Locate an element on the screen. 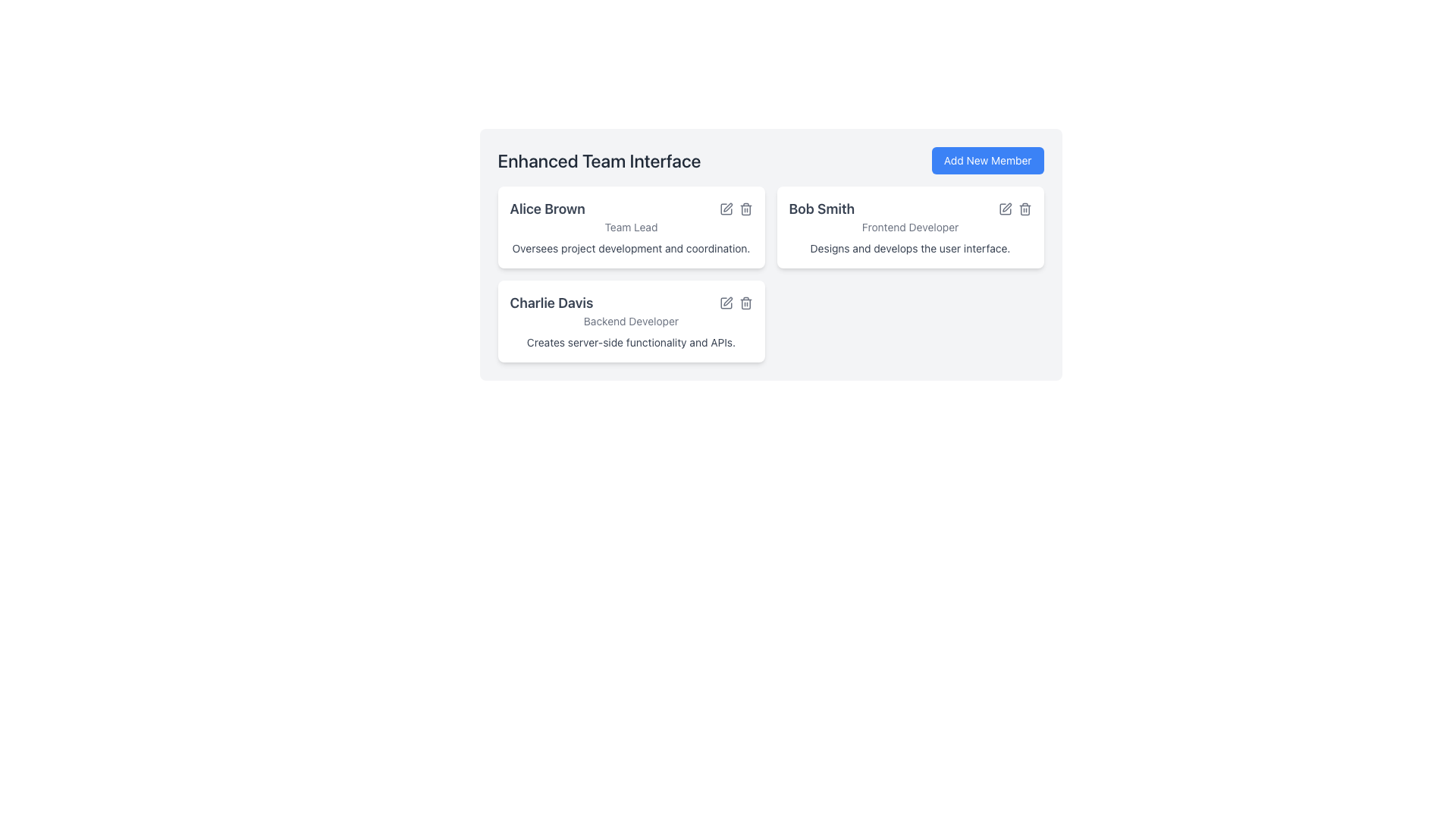  the small gray trashcan icon button located at the top-right corner of Alice Brown's card is located at coordinates (745, 209).